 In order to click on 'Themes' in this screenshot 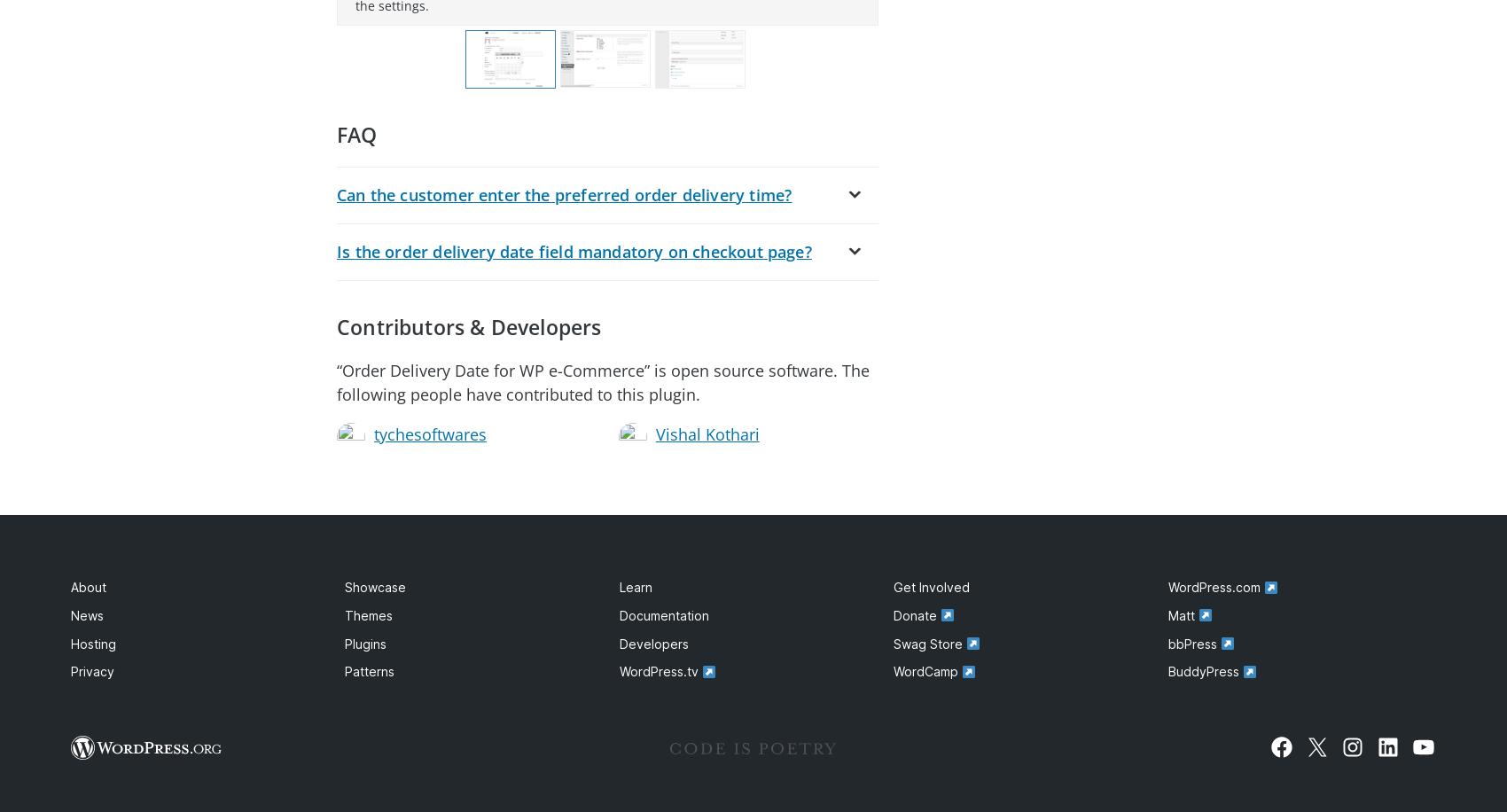, I will do `click(367, 615)`.